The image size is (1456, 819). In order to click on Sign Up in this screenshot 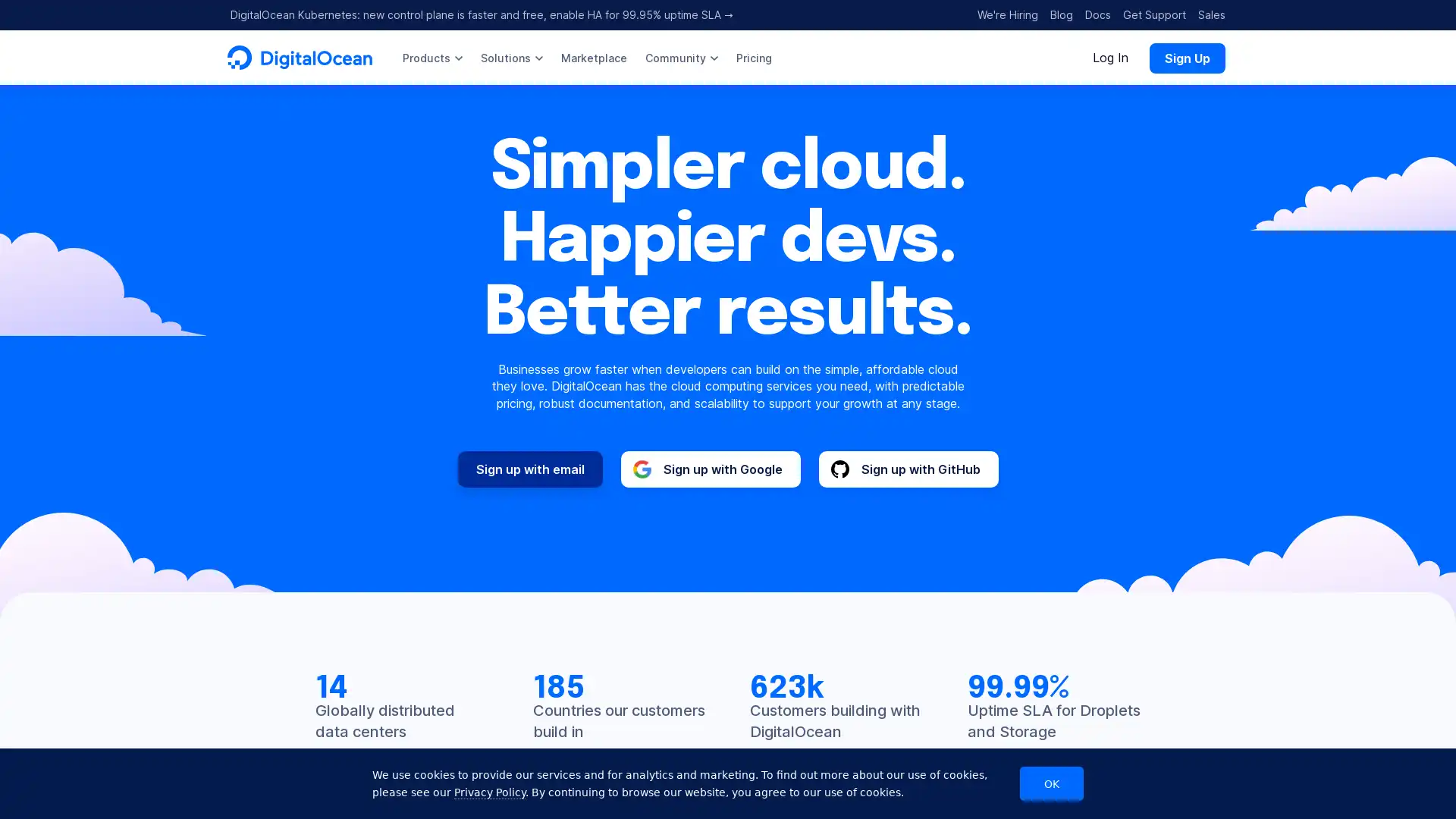, I will do `click(1186, 57)`.